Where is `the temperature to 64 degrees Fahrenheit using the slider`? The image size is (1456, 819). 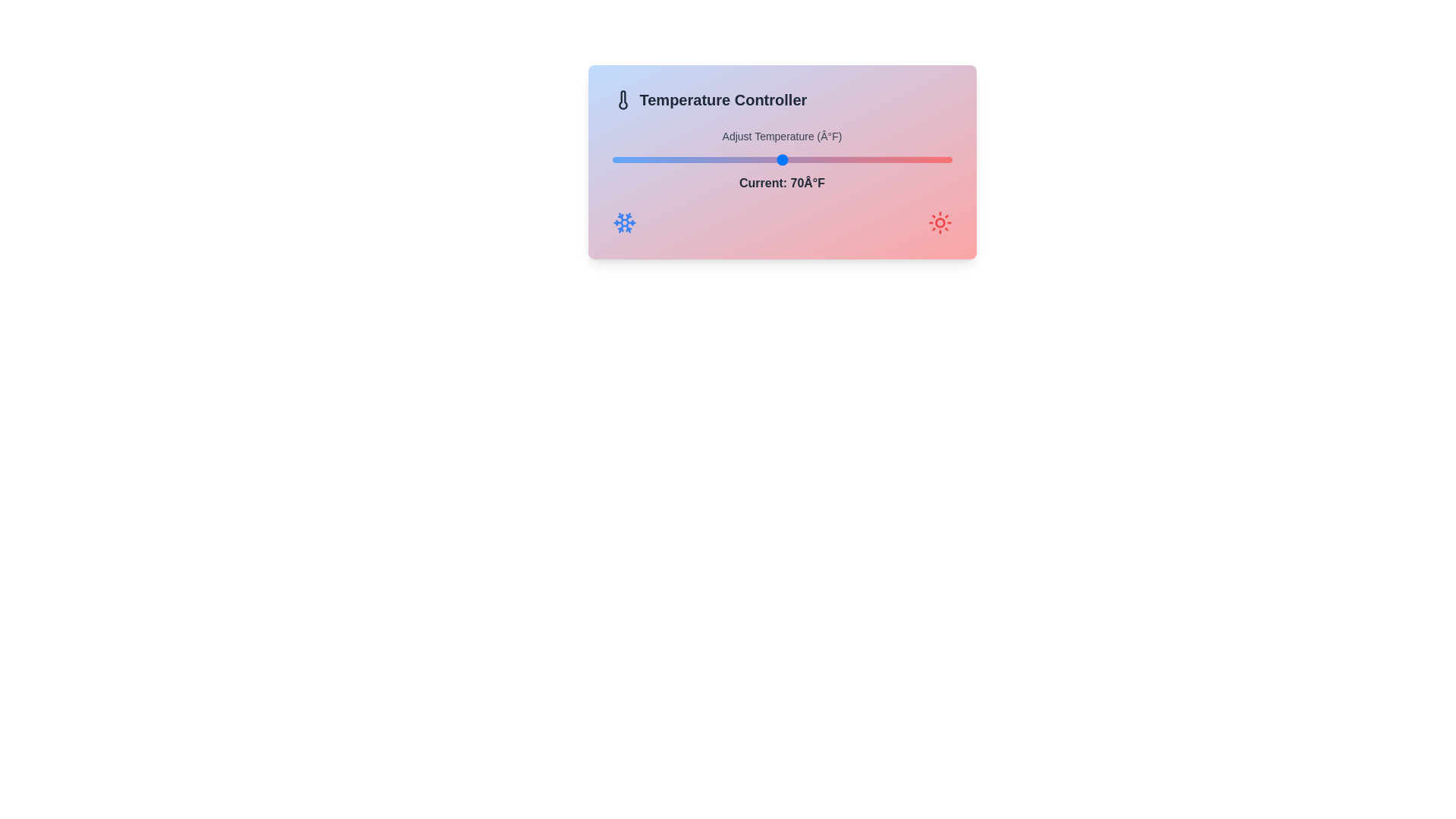 the temperature to 64 degrees Fahrenheit using the slider is located at coordinates (731, 160).